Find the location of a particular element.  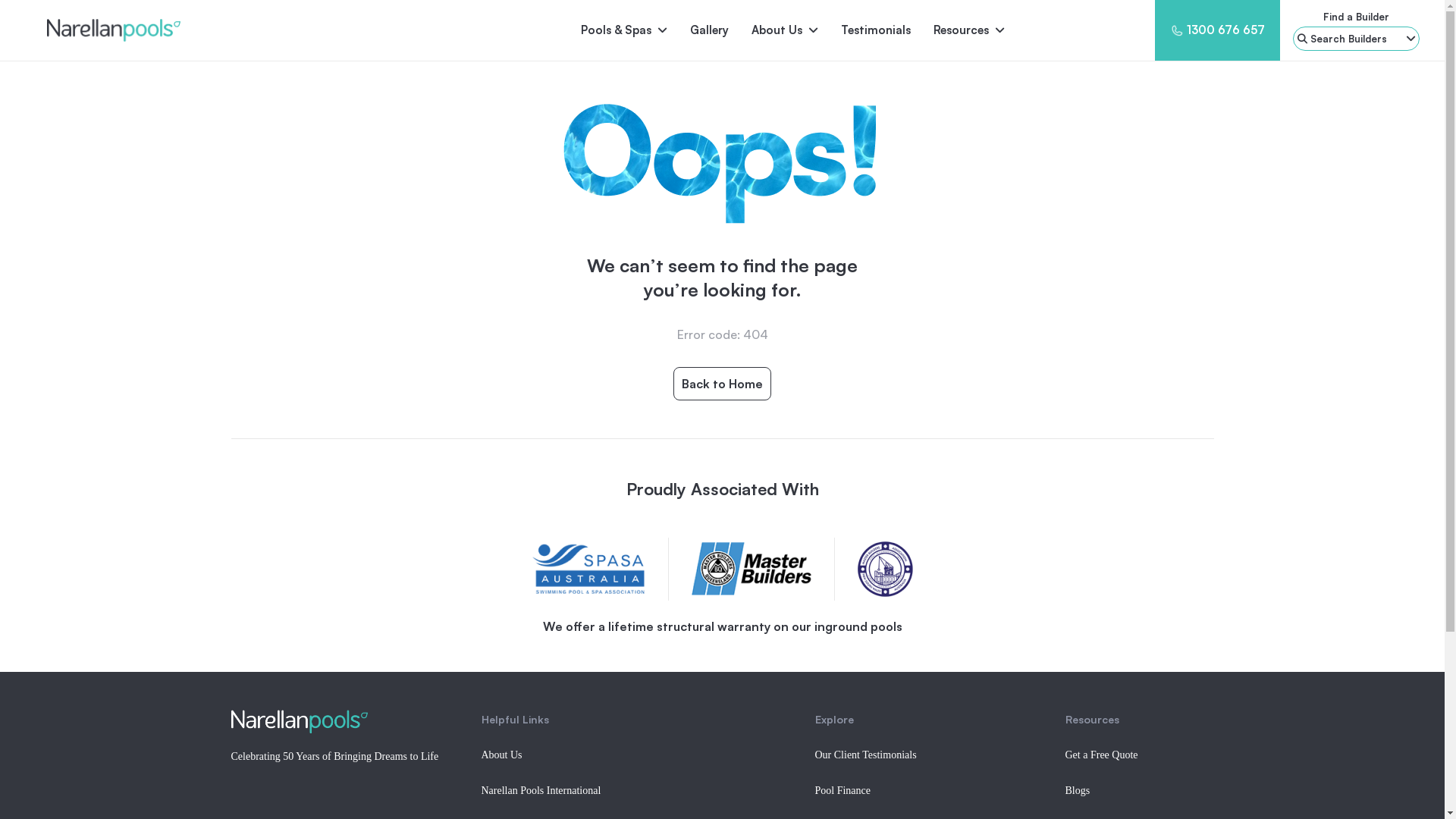

'Search Builders' is located at coordinates (1356, 37).